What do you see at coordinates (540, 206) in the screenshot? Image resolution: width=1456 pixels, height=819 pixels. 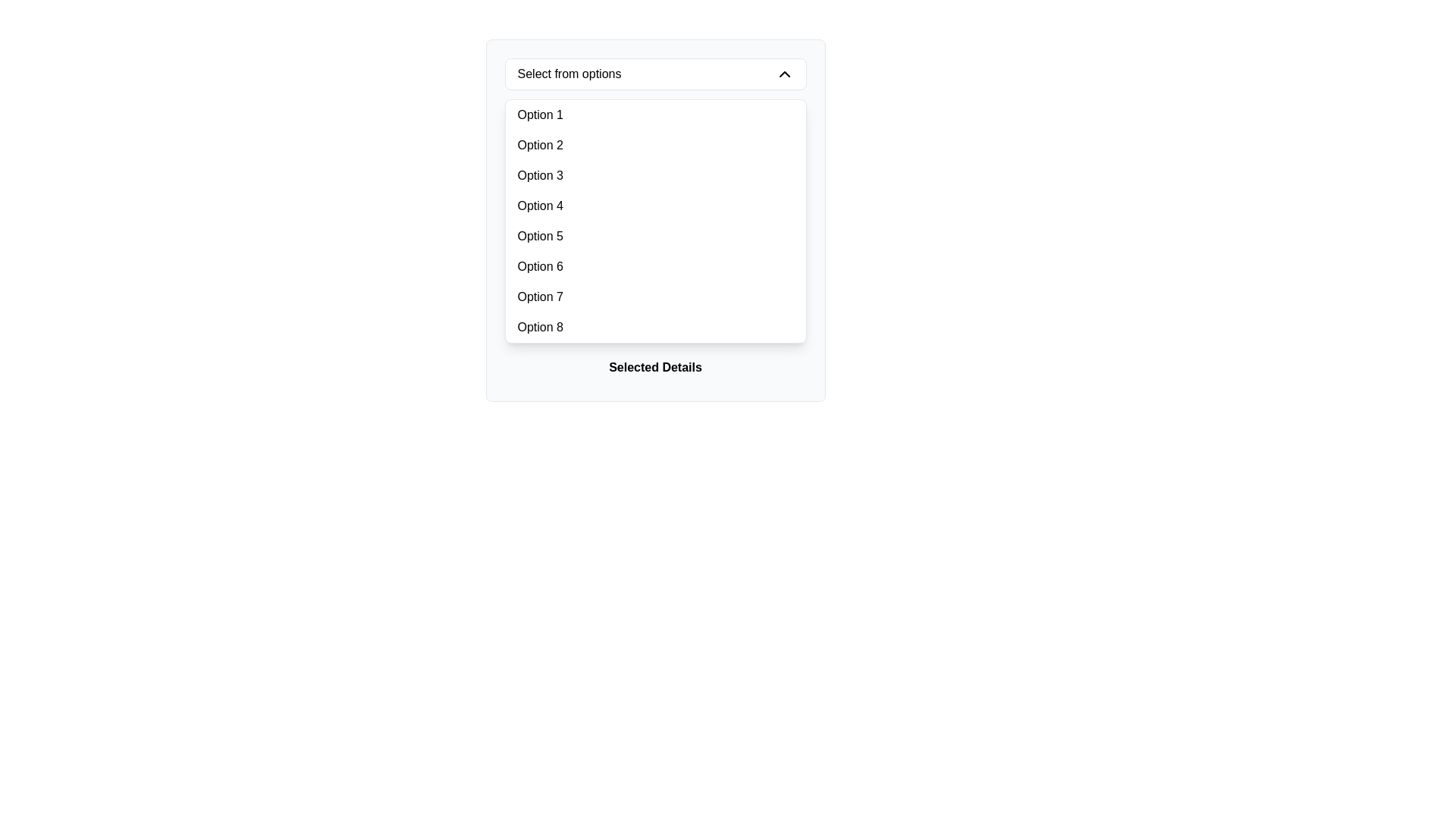 I see `the Text label that serves as the selectable item for 'Option 4' in the dropdown menu` at bounding box center [540, 206].